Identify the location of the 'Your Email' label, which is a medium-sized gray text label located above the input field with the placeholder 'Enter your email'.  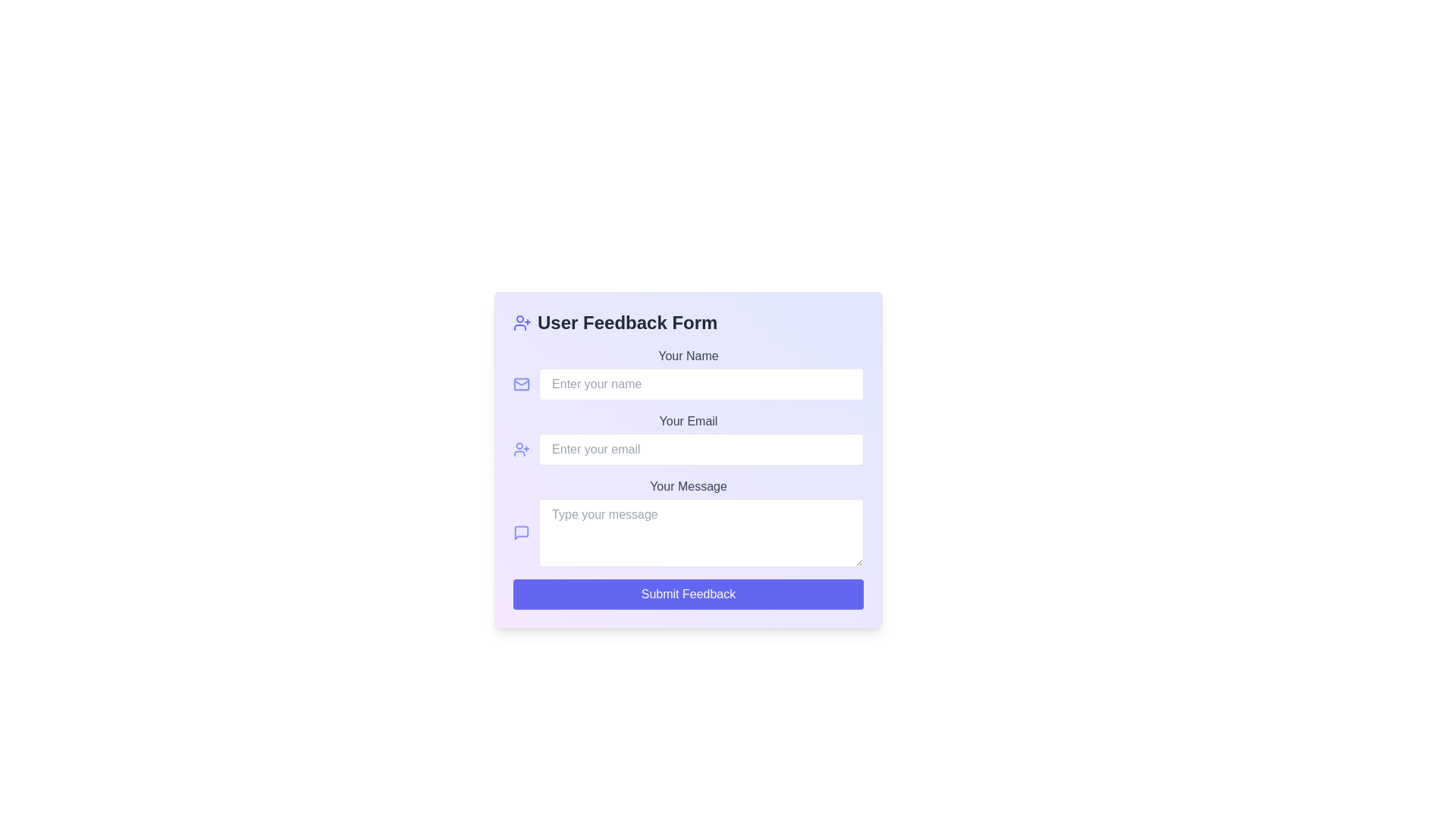
(687, 421).